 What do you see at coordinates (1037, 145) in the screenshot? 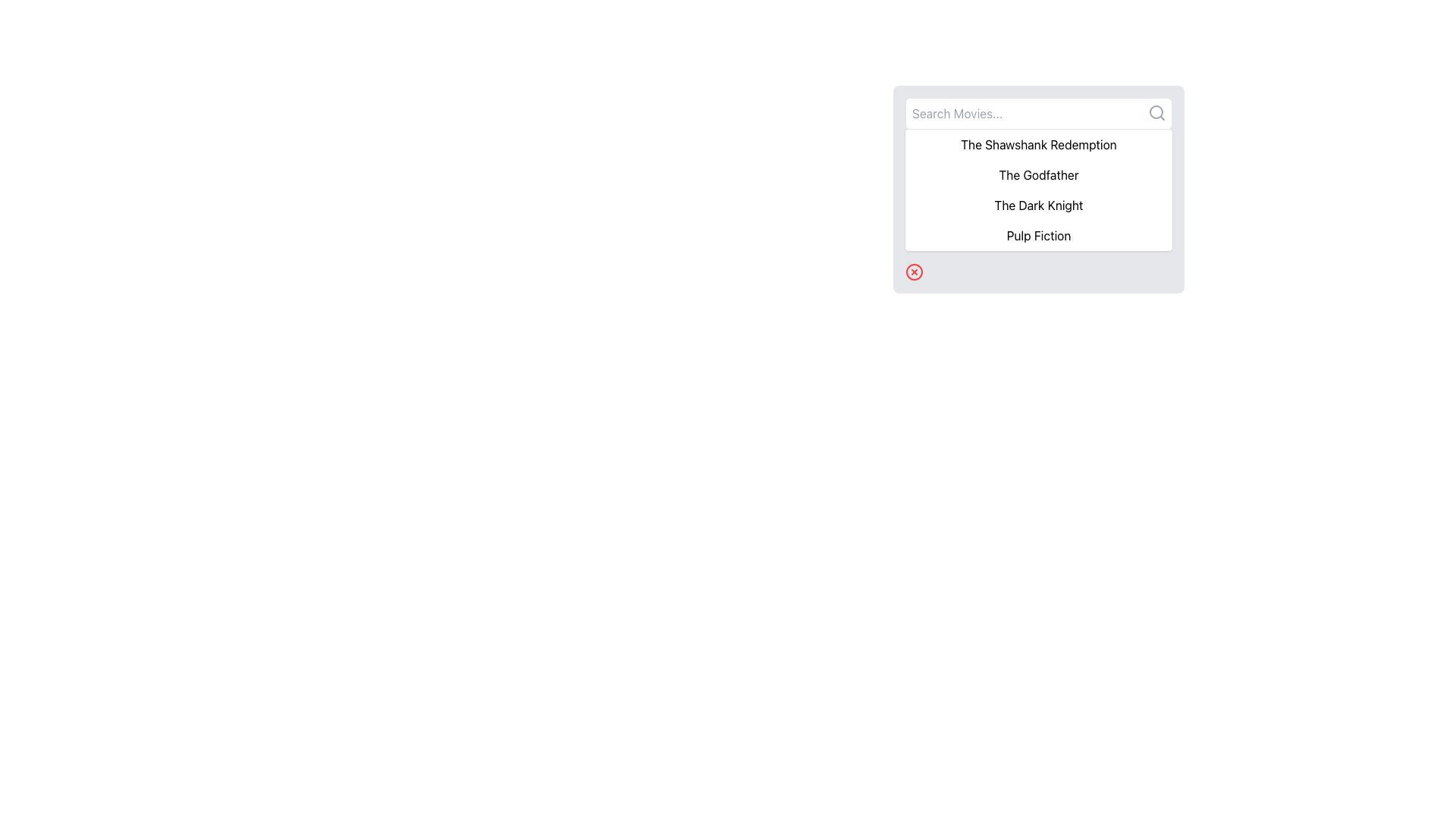
I see `to select the first movie title in the dropdown list located below the search input box` at bounding box center [1037, 145].